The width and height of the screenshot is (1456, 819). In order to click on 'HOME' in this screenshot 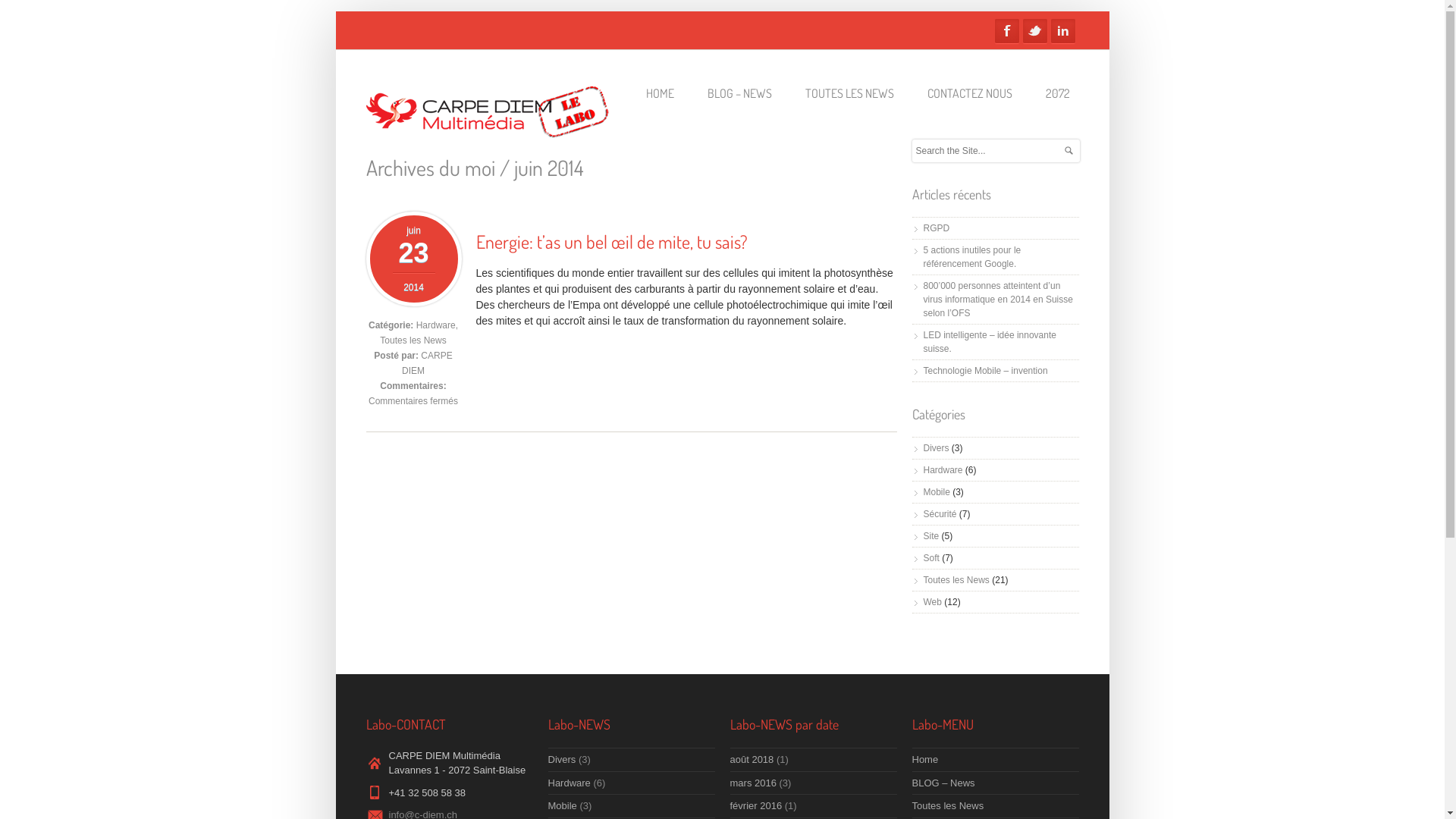, I will do `click(660, 94)`.